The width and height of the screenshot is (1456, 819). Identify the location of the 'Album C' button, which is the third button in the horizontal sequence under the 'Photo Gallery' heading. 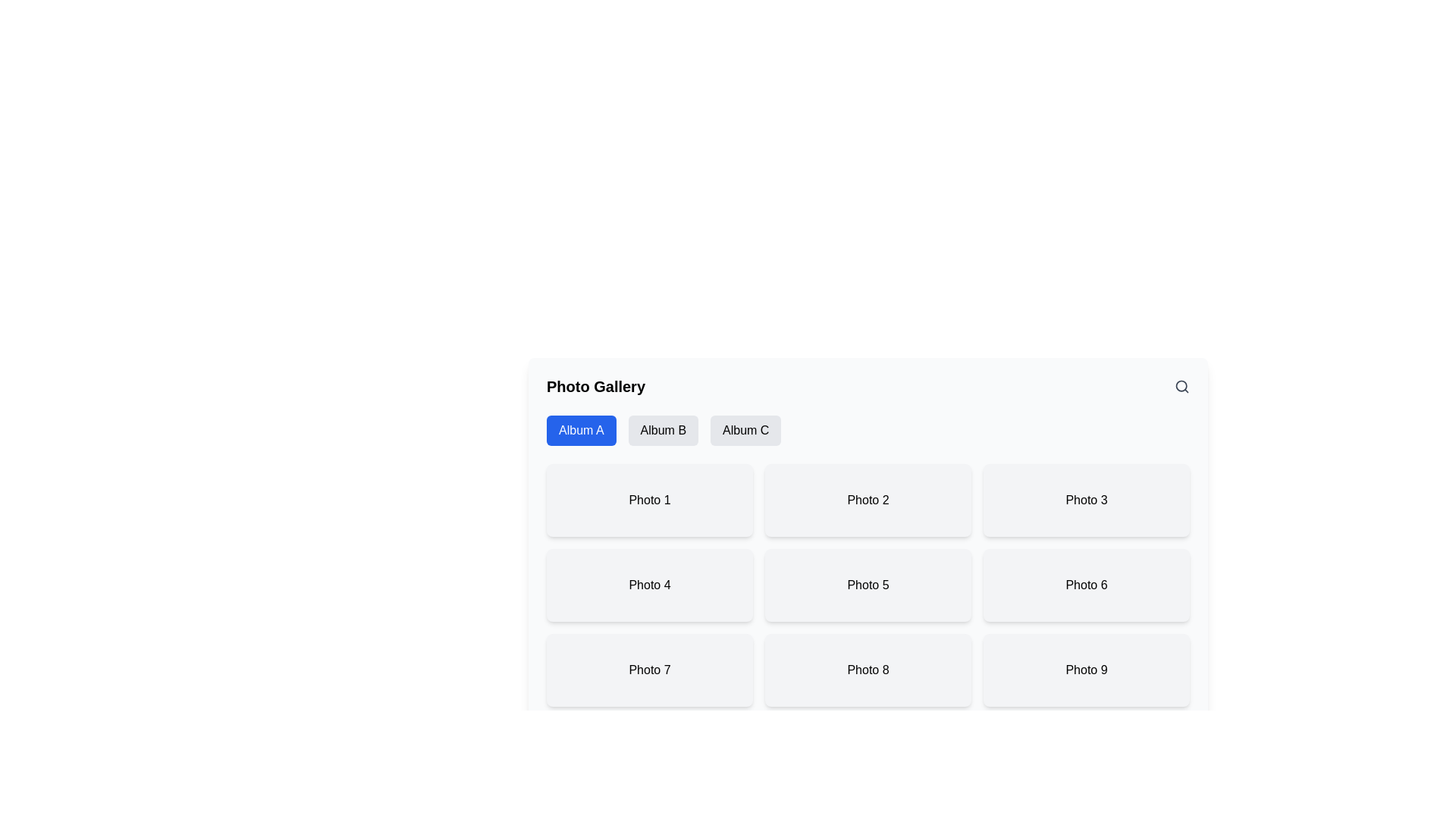
(745, 430).